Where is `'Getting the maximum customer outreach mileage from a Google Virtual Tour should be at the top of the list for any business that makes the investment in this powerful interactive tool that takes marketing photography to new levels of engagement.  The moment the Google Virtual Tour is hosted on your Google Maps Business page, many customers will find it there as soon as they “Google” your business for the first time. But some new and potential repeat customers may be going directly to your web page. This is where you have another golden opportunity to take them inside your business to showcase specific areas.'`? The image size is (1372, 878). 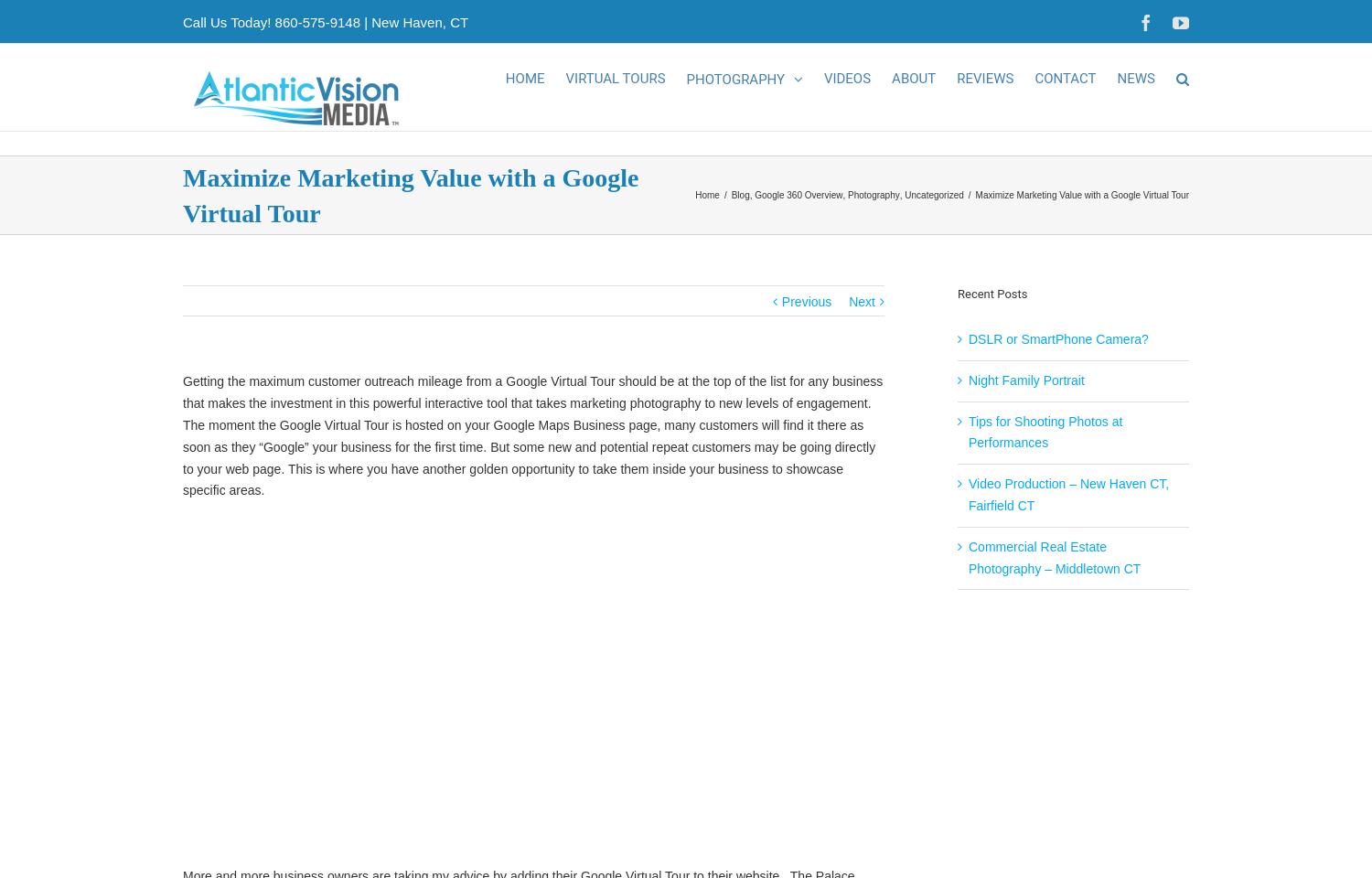
'Getting the maximum customer outreach mileage from a Google Virtual Tour should be at the top of the list for any business that makes the investment in this powerful interactive tool that takes marketing photography to new levels of engagement.  The moment the Google Virtual Tour is hosted on your Google Maps Business page, many customers will find it there as soon as they “Google” your business for the first time. But some new and potential repeat customers may be going directly to your web page. This is where you have another golden opportunity to take them inside your business to showcase specific areas.' is located at coordinates (531, 455).